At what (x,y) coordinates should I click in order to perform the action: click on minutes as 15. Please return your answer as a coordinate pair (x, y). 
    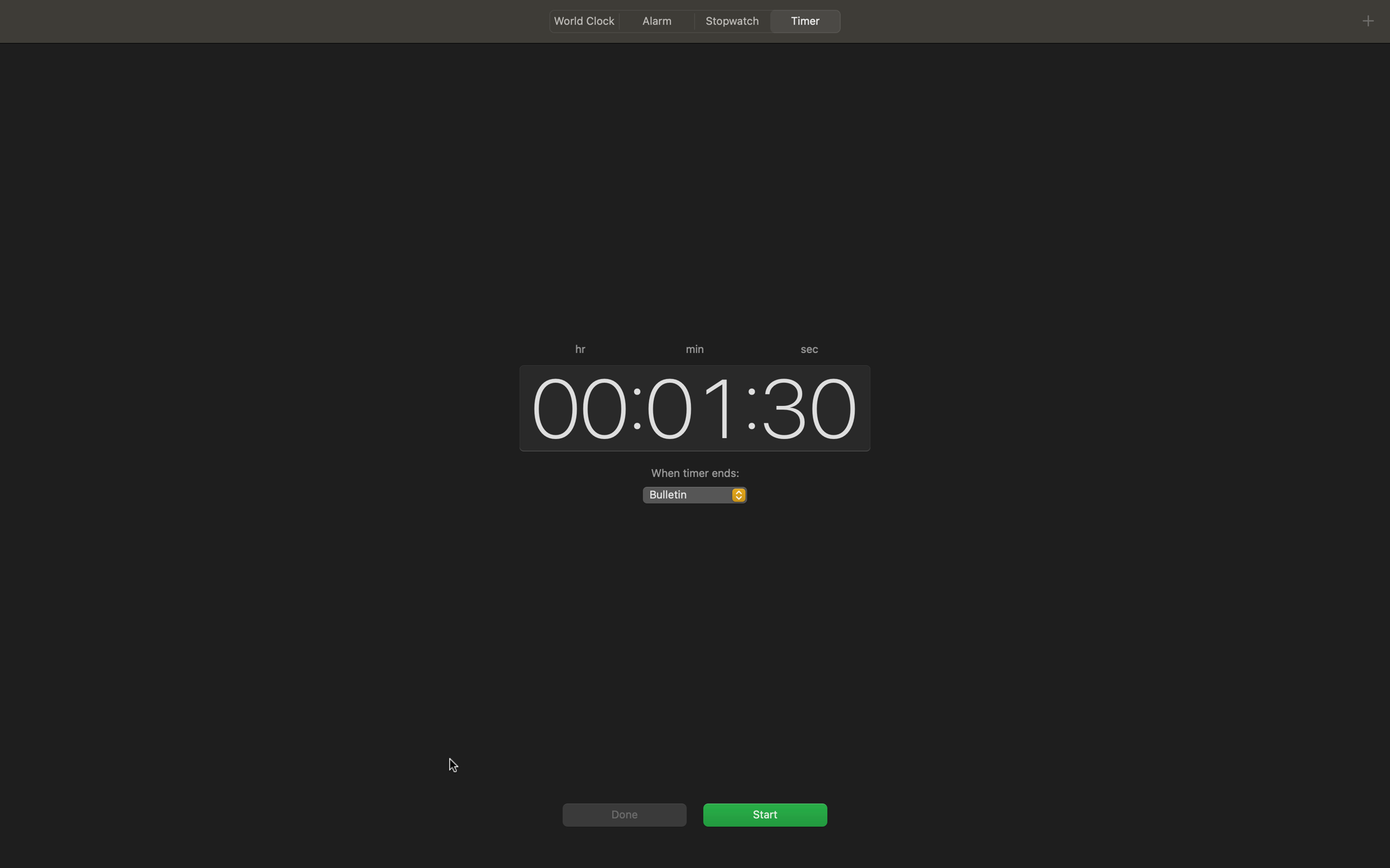
    Looking at the image, I should click on (690, 406).